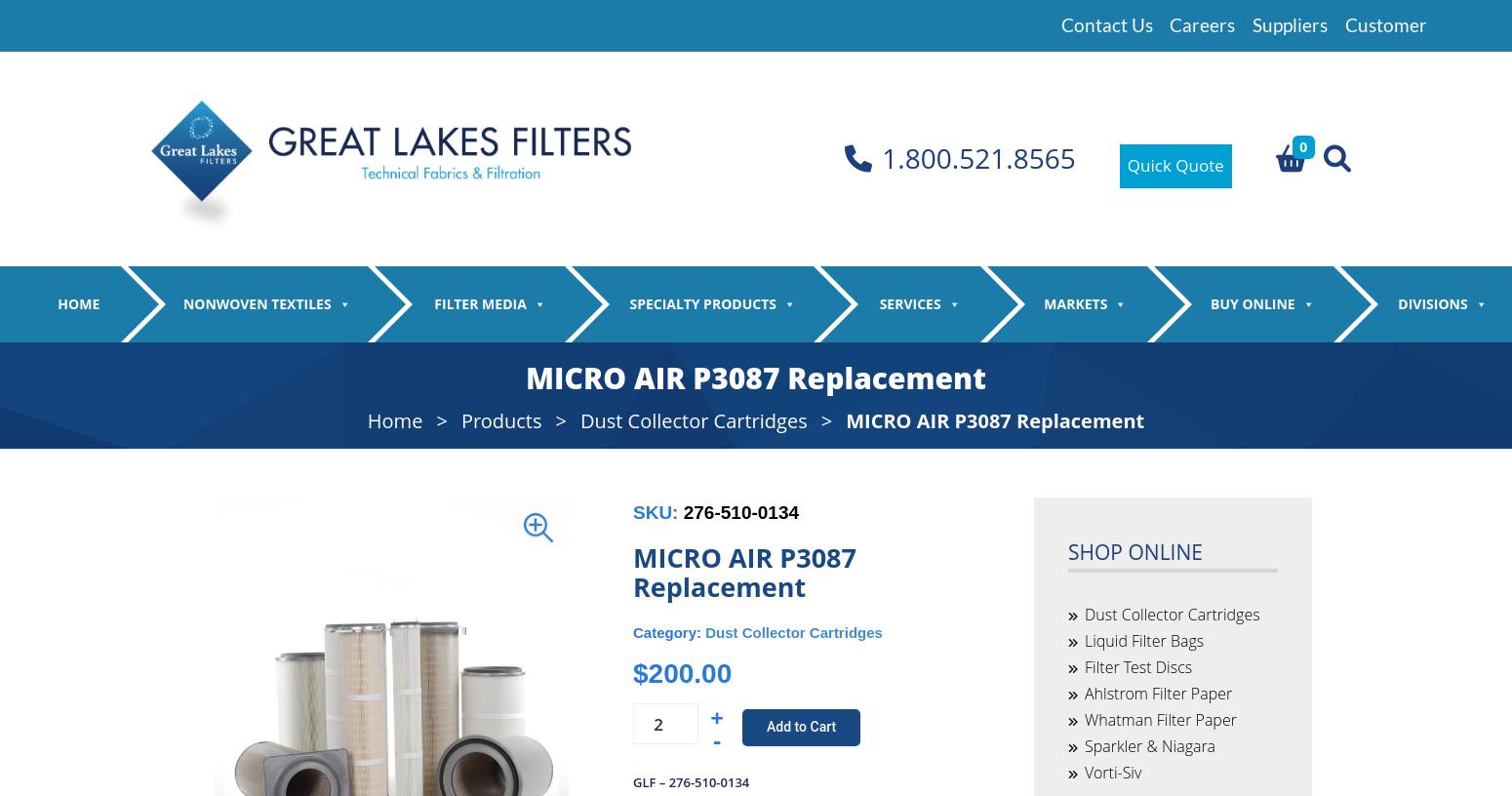 This screenshot has width=1512, height=796. Describe the element at coordinates (629, 573) in the screenshot. I see `'Lab Filter Paper'` at that location.